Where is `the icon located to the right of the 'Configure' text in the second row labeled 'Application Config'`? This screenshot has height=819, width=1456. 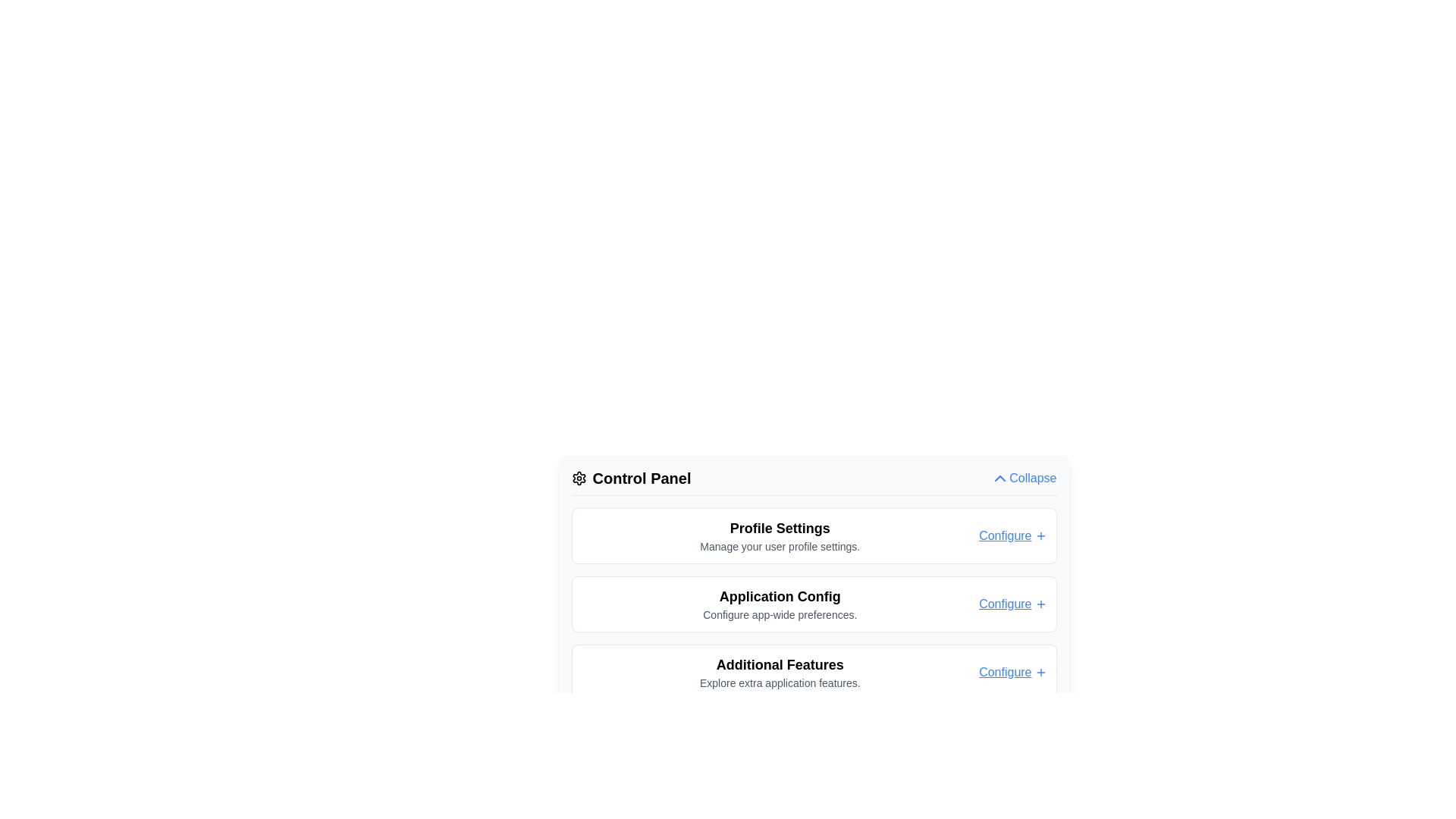 the icon located to the right of the 'Configure' text in the second row labeled 'Application Config' is located at coordinates (1040, 604).